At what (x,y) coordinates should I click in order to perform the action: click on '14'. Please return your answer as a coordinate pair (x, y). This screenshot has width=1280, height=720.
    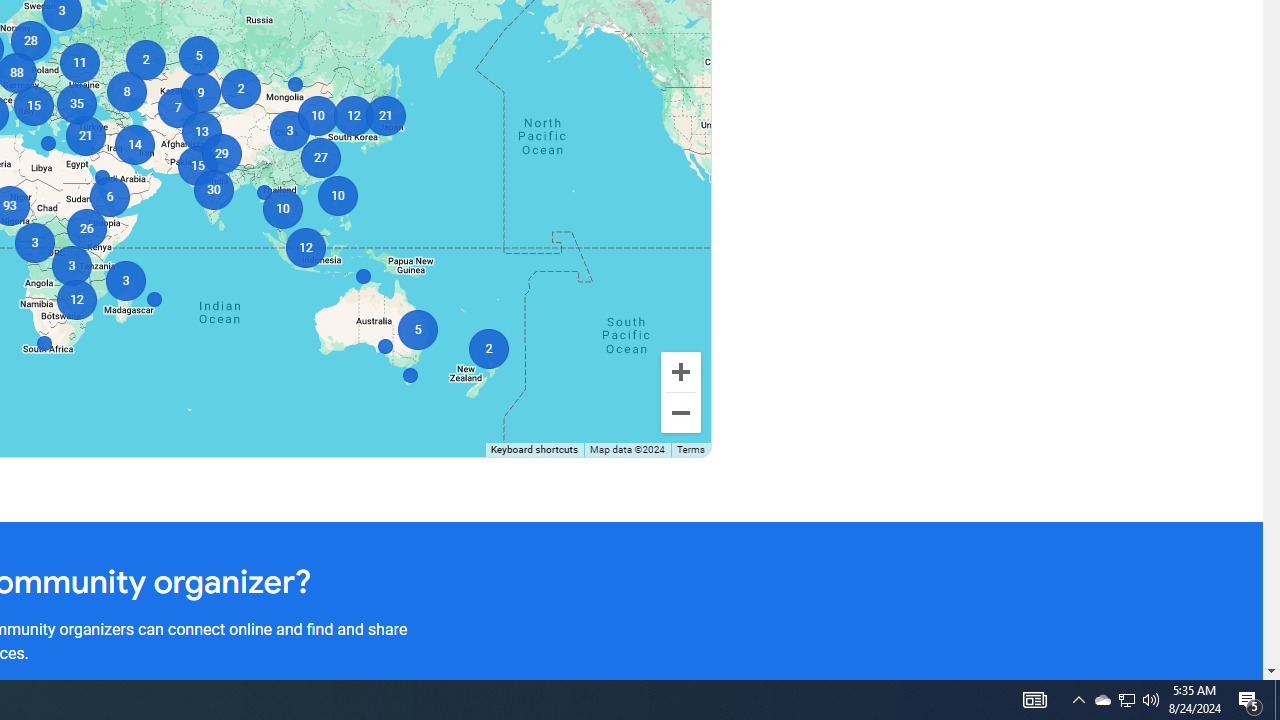
    Looking at the image, I should click on (133, 144).